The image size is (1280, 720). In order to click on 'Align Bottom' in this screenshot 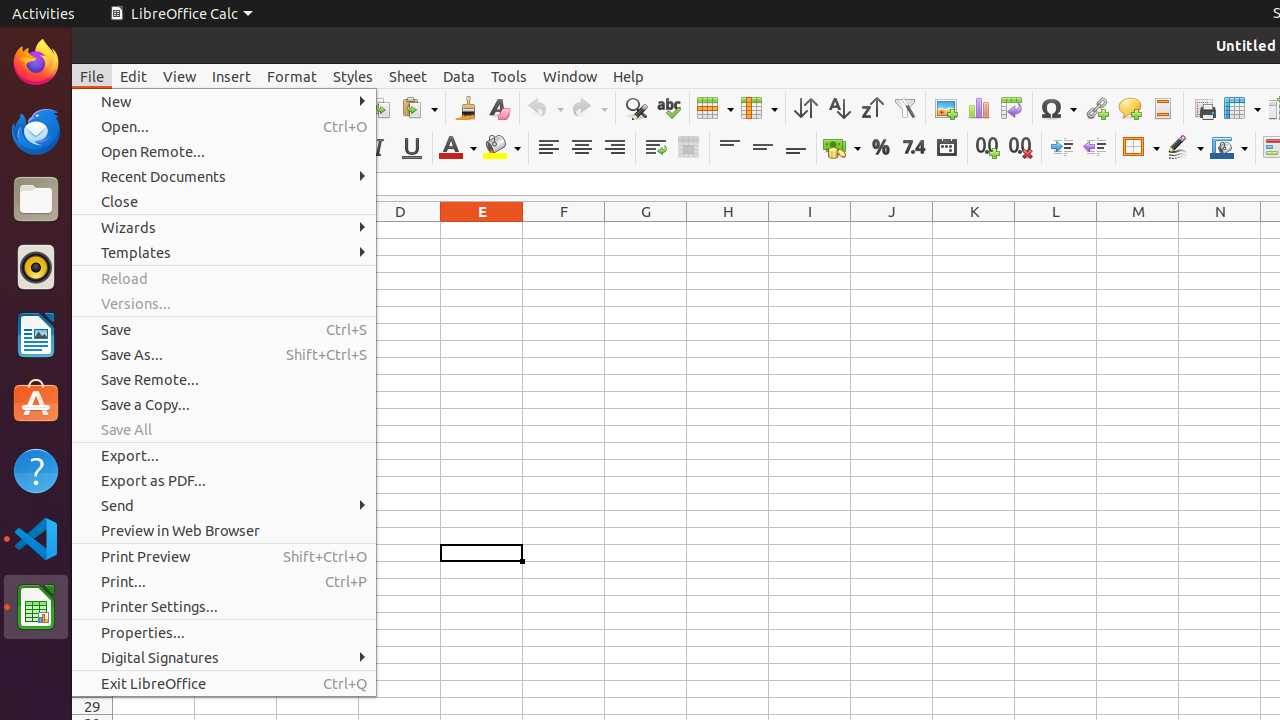, I will do `click(794, 146)`.